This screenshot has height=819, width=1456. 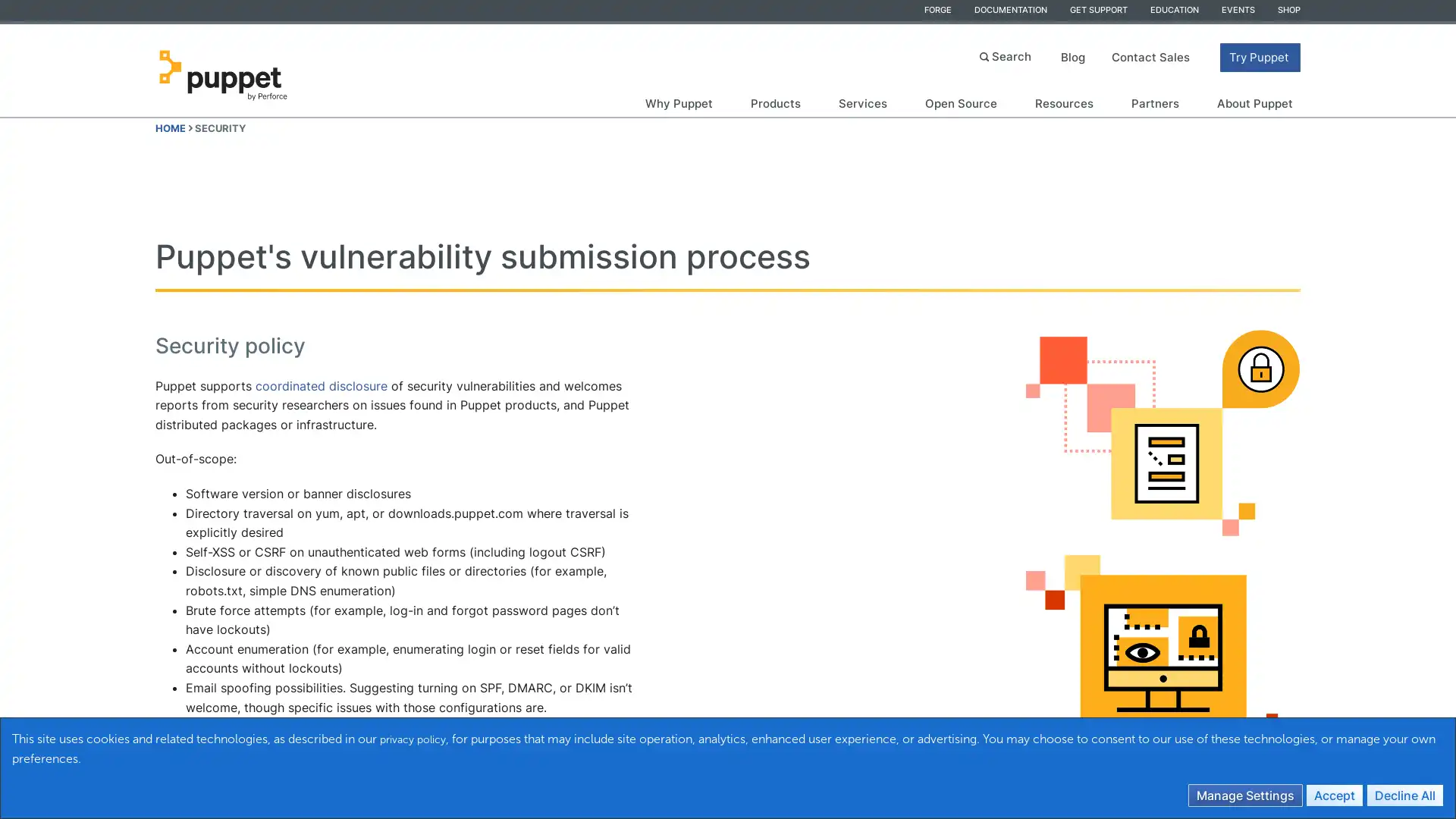 I want to click on Accept, so click(x=1335, y=794).